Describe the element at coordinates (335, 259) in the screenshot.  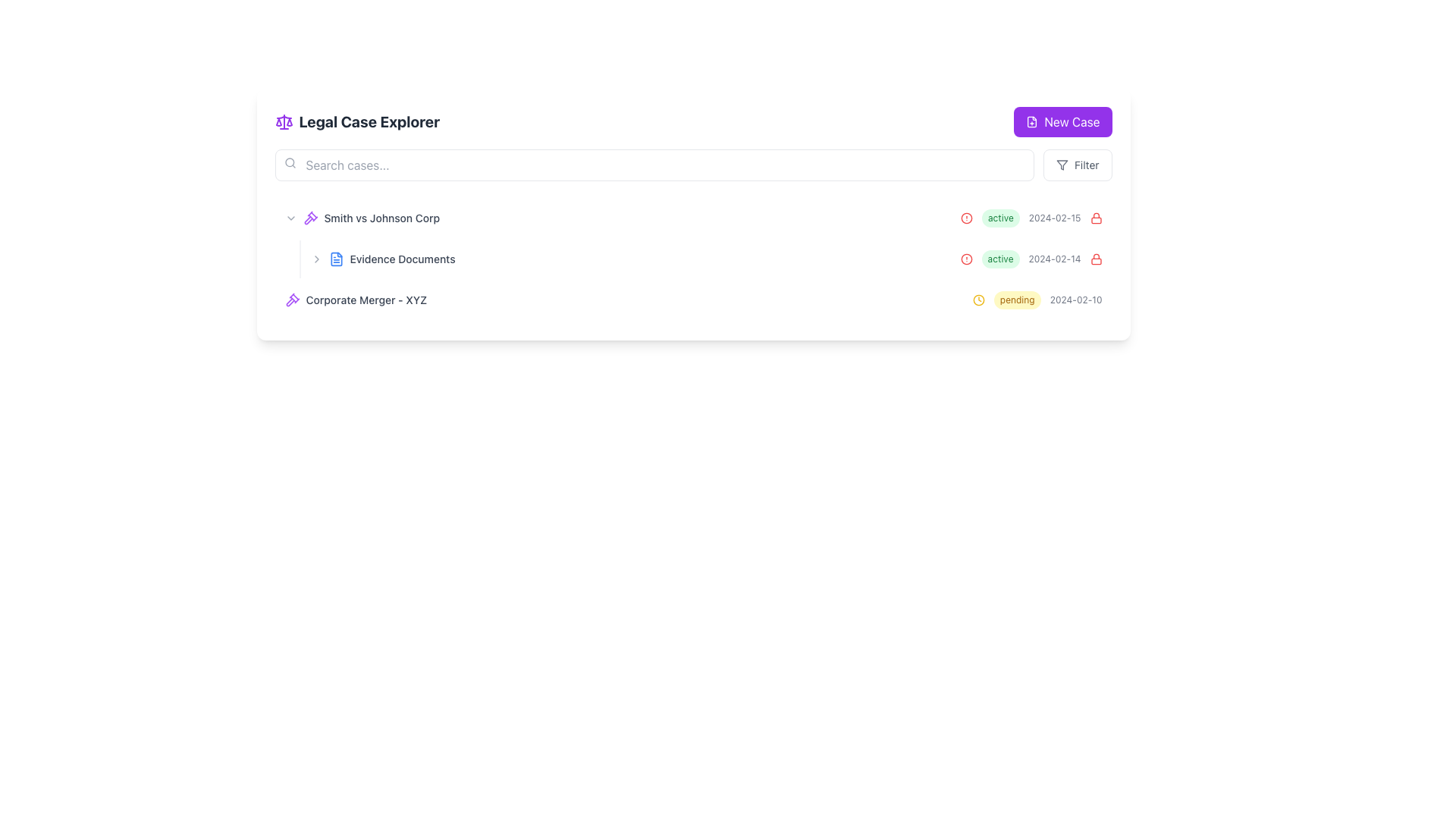
I see `the SVG icon representing a document associated with the 'Evidence Documents' entry in the list titled 'Smith vs Johnson Corp'` at that location.